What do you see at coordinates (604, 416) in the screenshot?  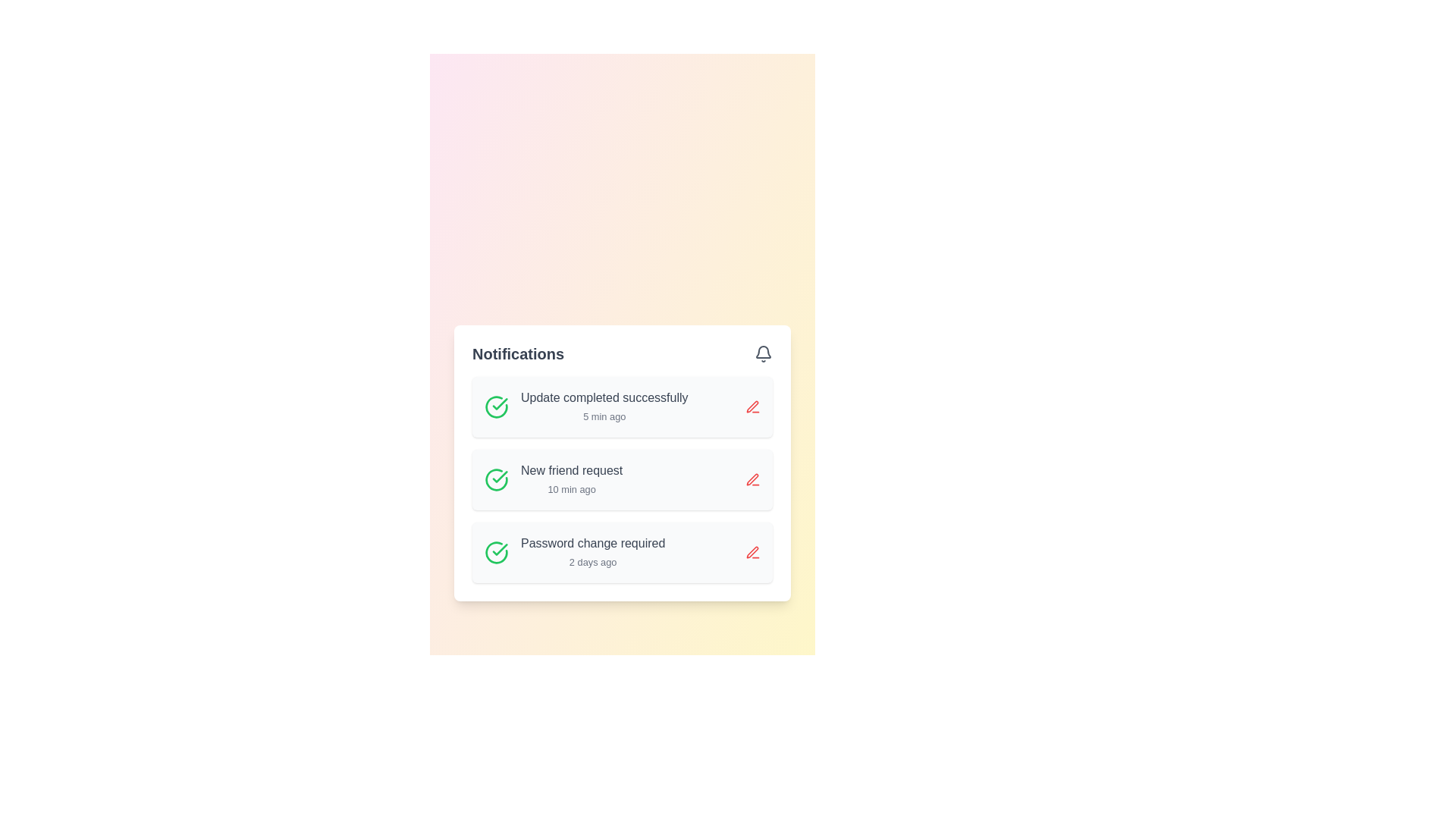 I see `time information from the timestamp text label located within the 'Update completed successfully' notification card, positioned directly beneath the main title and towards the right-hand side` at bounding box center [604, 416].